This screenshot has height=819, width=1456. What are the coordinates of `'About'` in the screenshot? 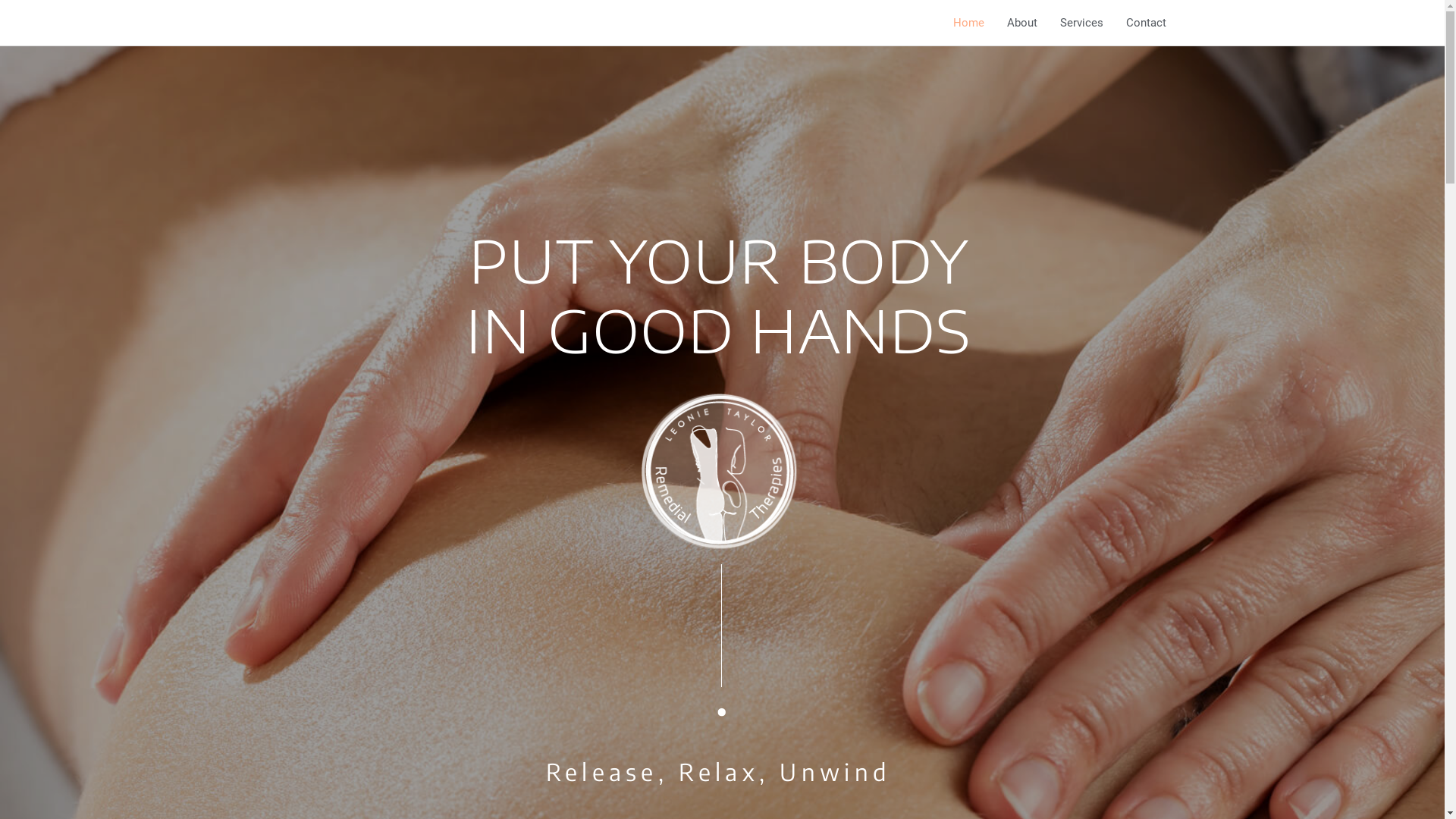 It's located at (994, 23).